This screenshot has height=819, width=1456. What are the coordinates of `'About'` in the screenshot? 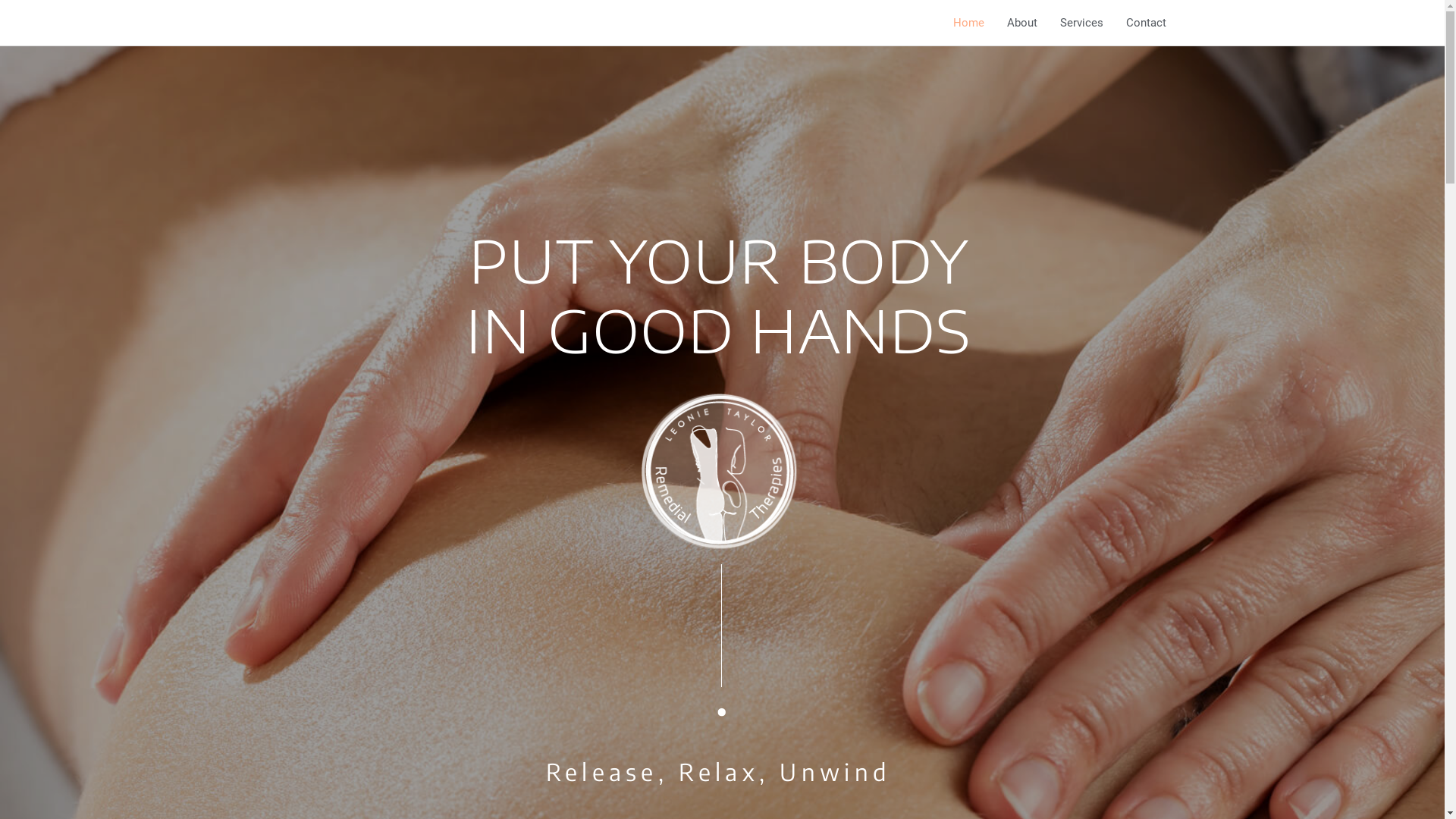 It's located at (994, 23).